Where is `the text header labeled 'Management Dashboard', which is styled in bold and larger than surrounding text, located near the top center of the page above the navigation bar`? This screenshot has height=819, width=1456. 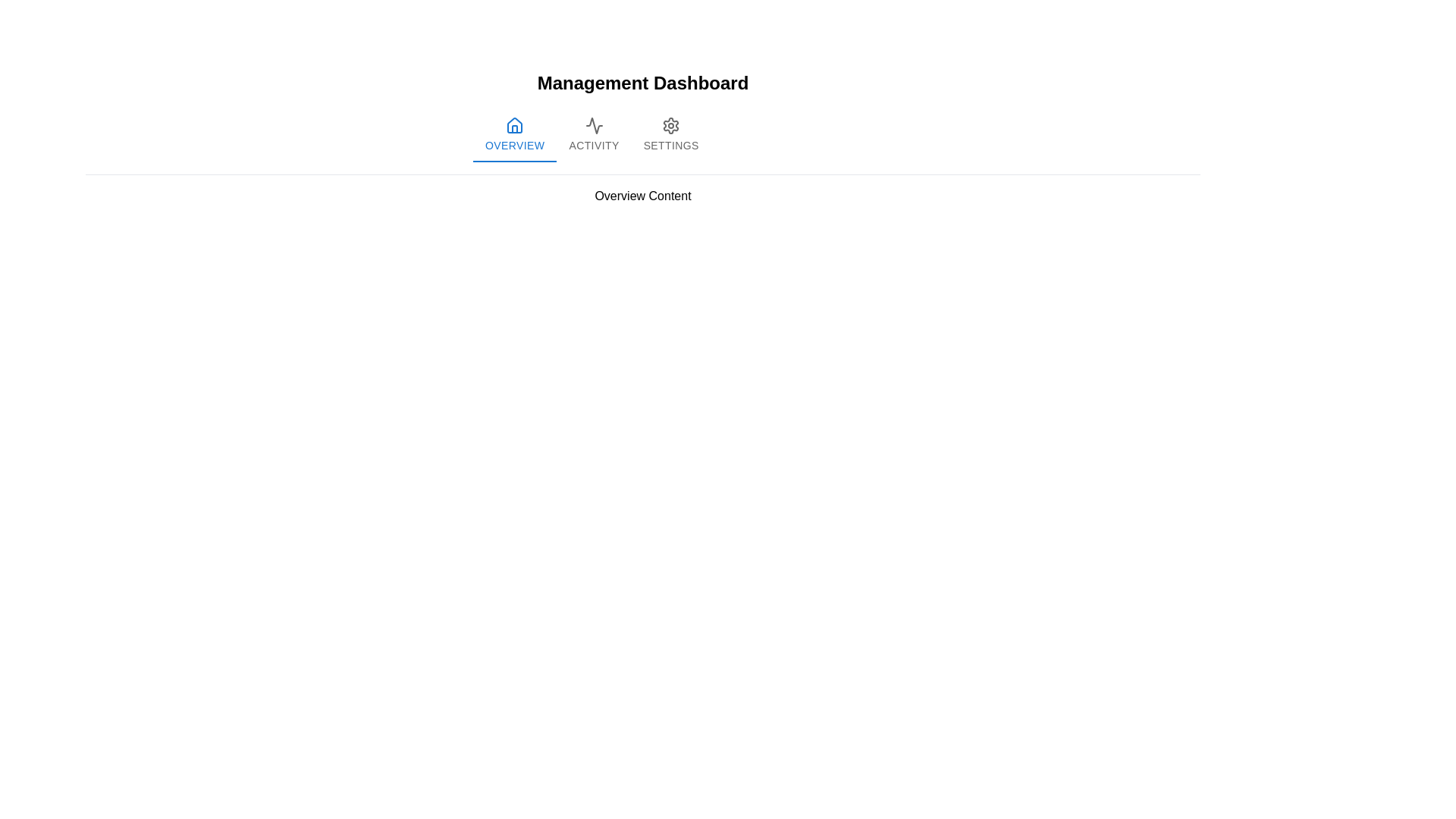
the text header labeled 'Management Dashboard', which is styled in bold and larger than surrounding text, located near the top center of the page above the navigation bar is located at coordinates (643, 83).